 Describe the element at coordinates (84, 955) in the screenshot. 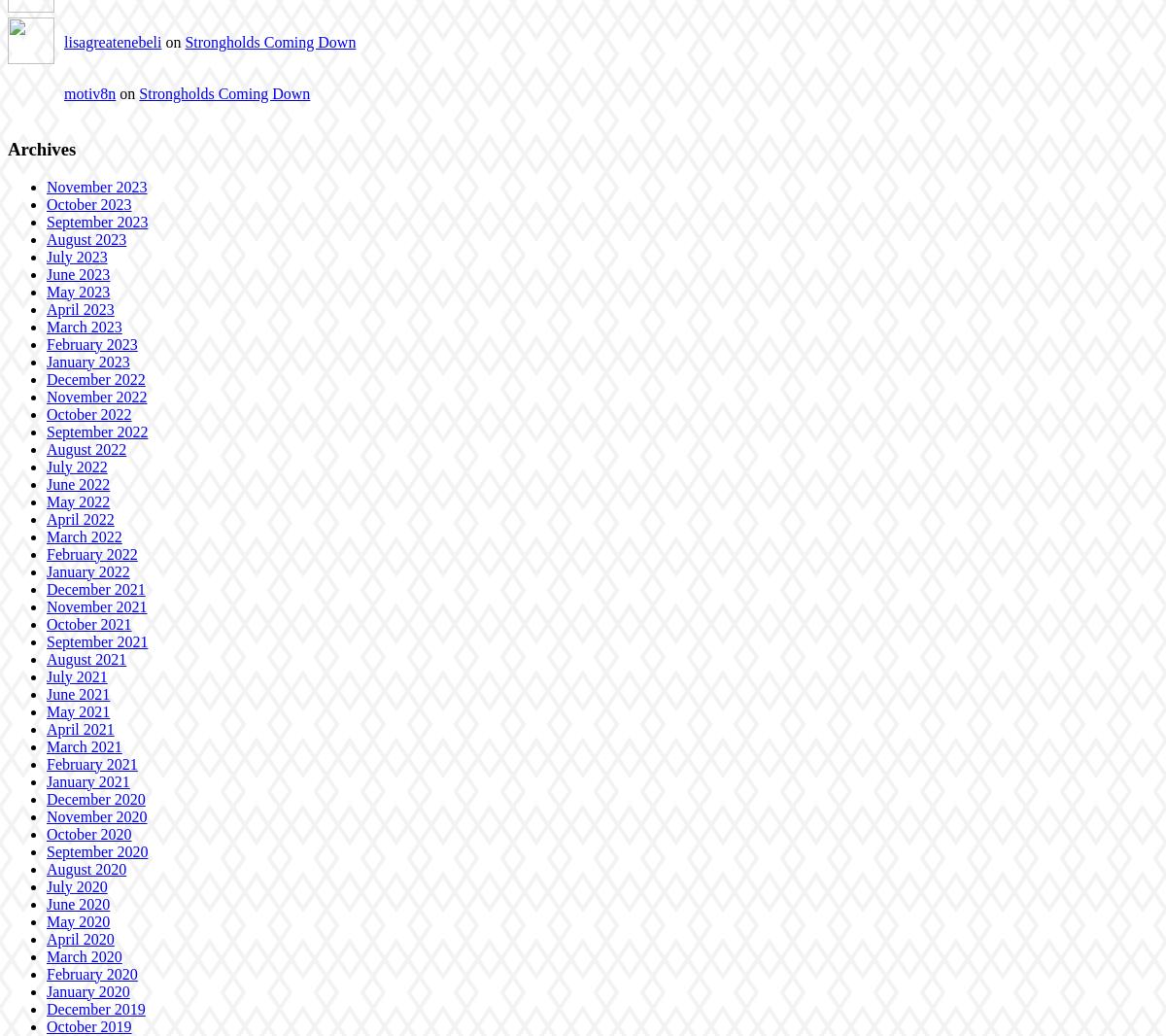

I see `'March 2020'` at that location.